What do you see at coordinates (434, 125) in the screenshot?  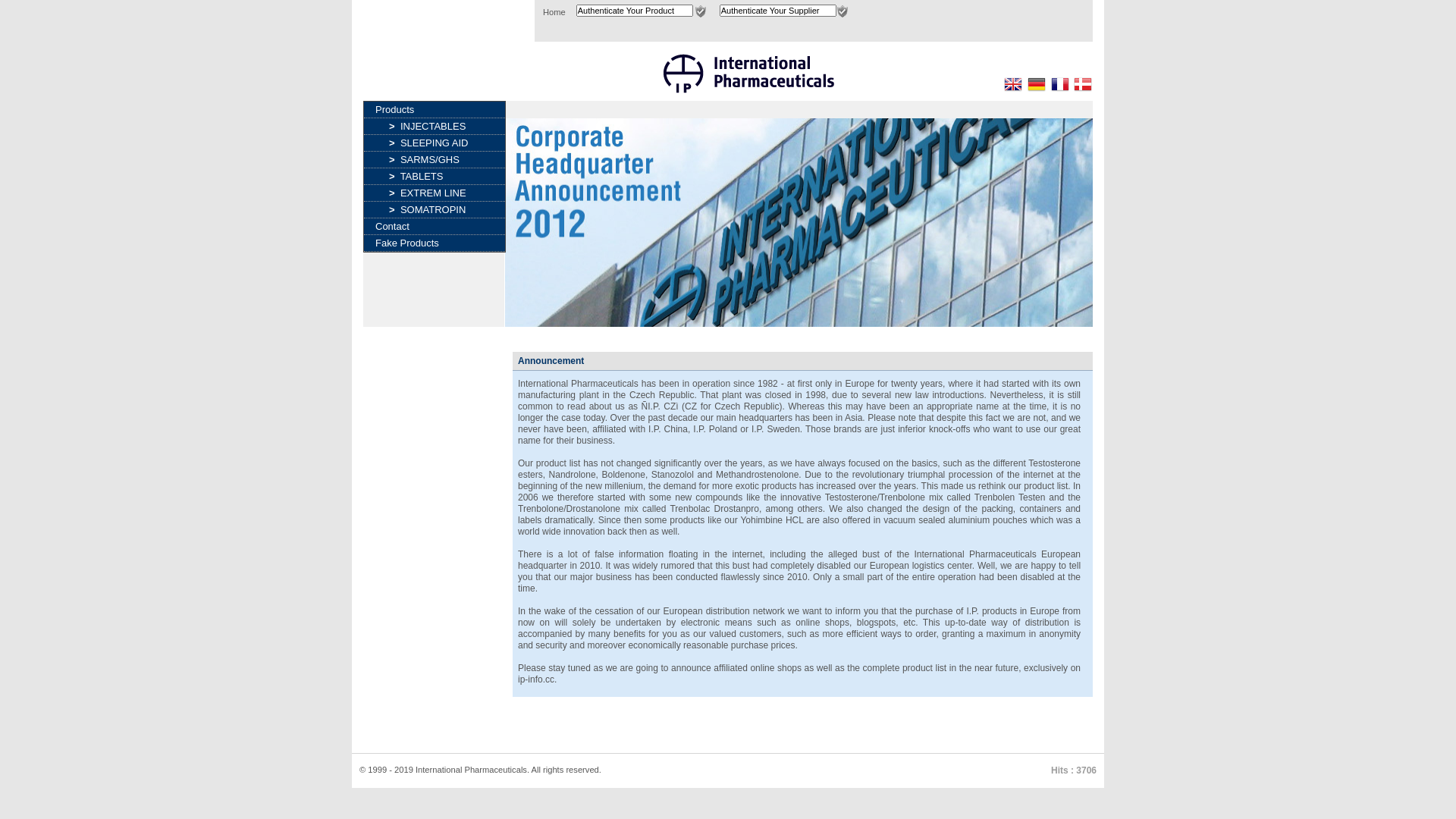 I see `'     >  INJECTABLES'` at bounding box center [434, 125].